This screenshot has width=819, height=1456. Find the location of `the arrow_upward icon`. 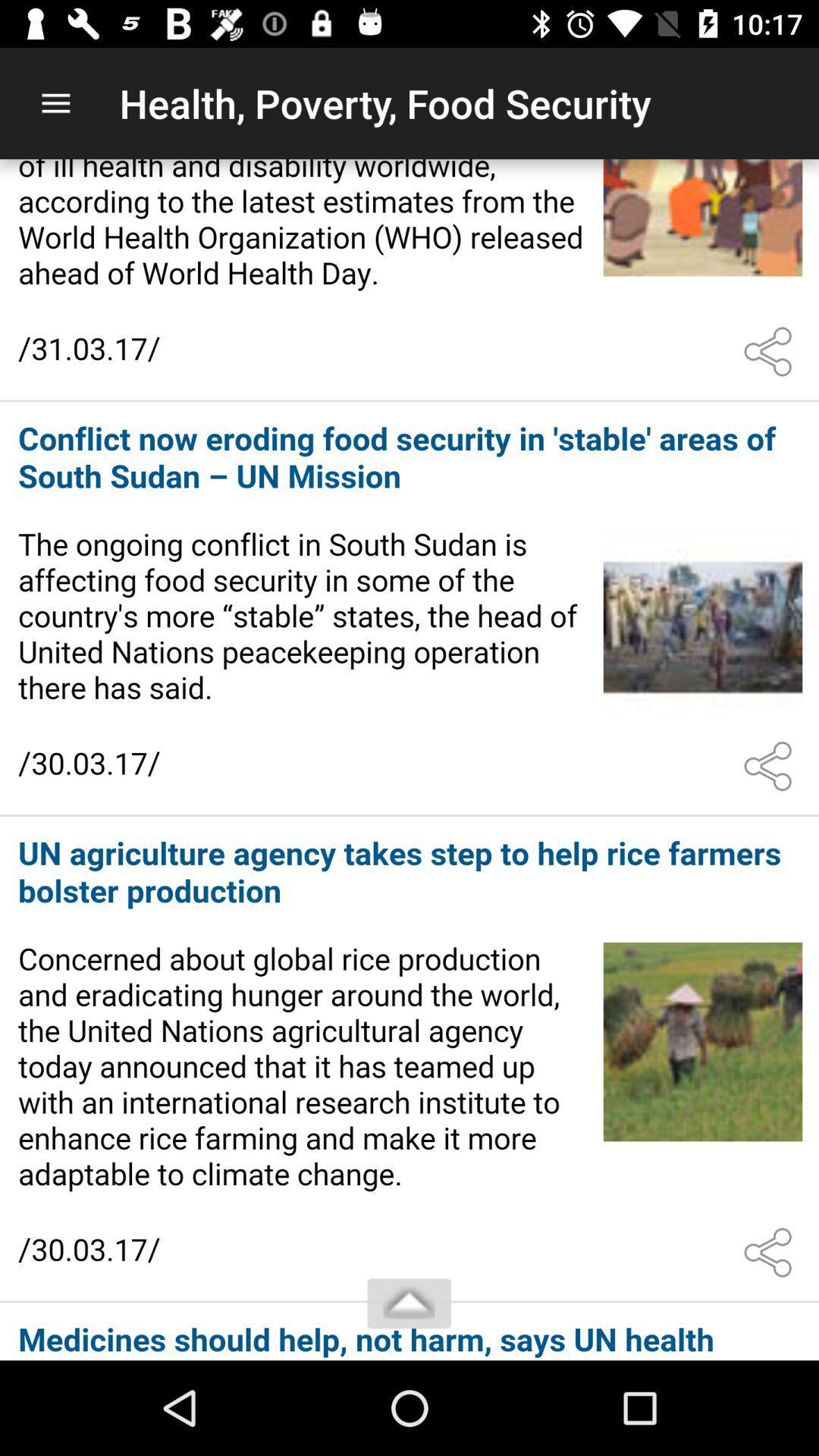

the arrow_upward icon is located at coordinates (408, 1302).